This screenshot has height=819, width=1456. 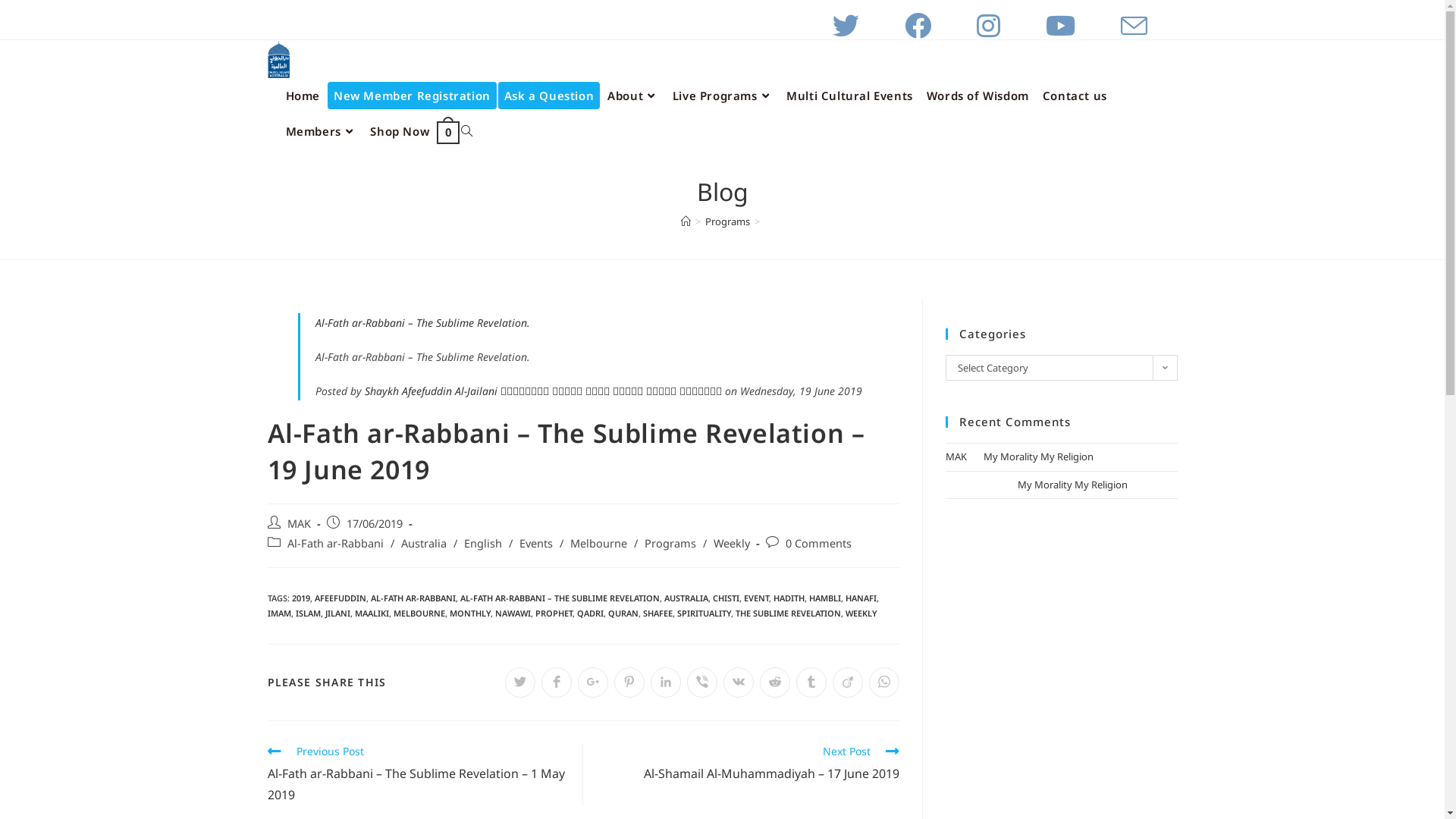 What do you see at coordinates (843, 597) in the screenshot?
I see `'HANAFI'` at bounding box center [843, 597].